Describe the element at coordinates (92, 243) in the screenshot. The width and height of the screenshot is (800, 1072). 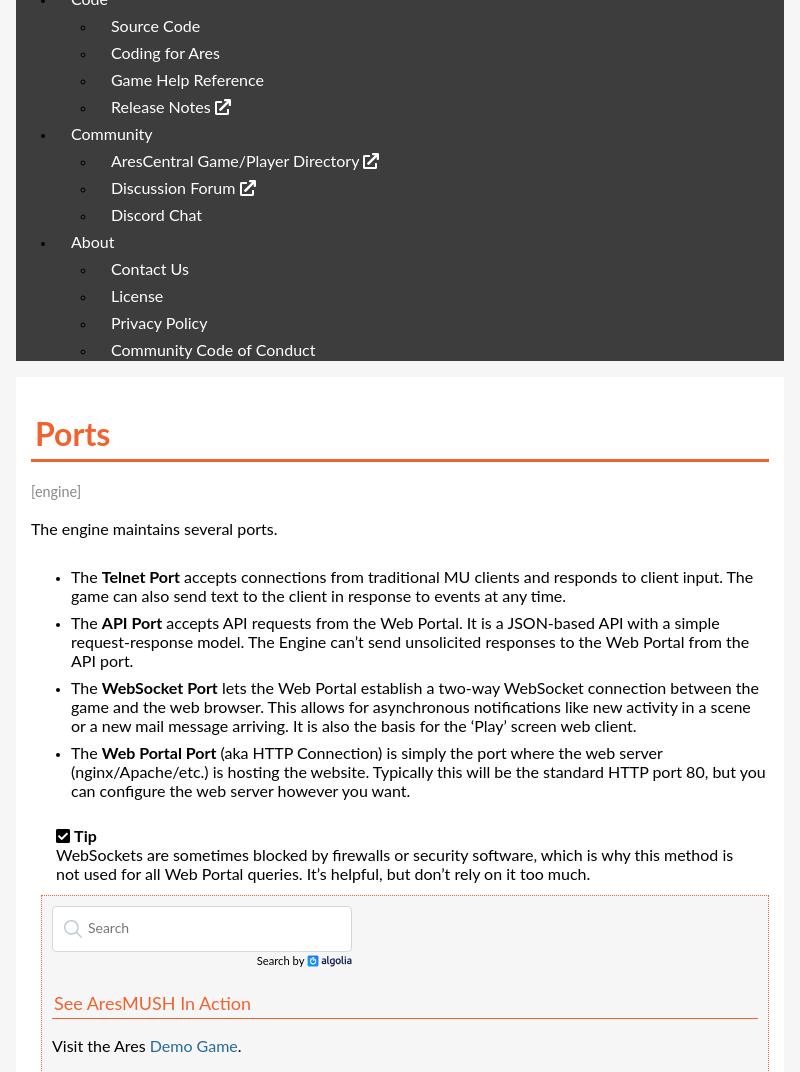
I see `'About'` at that location.